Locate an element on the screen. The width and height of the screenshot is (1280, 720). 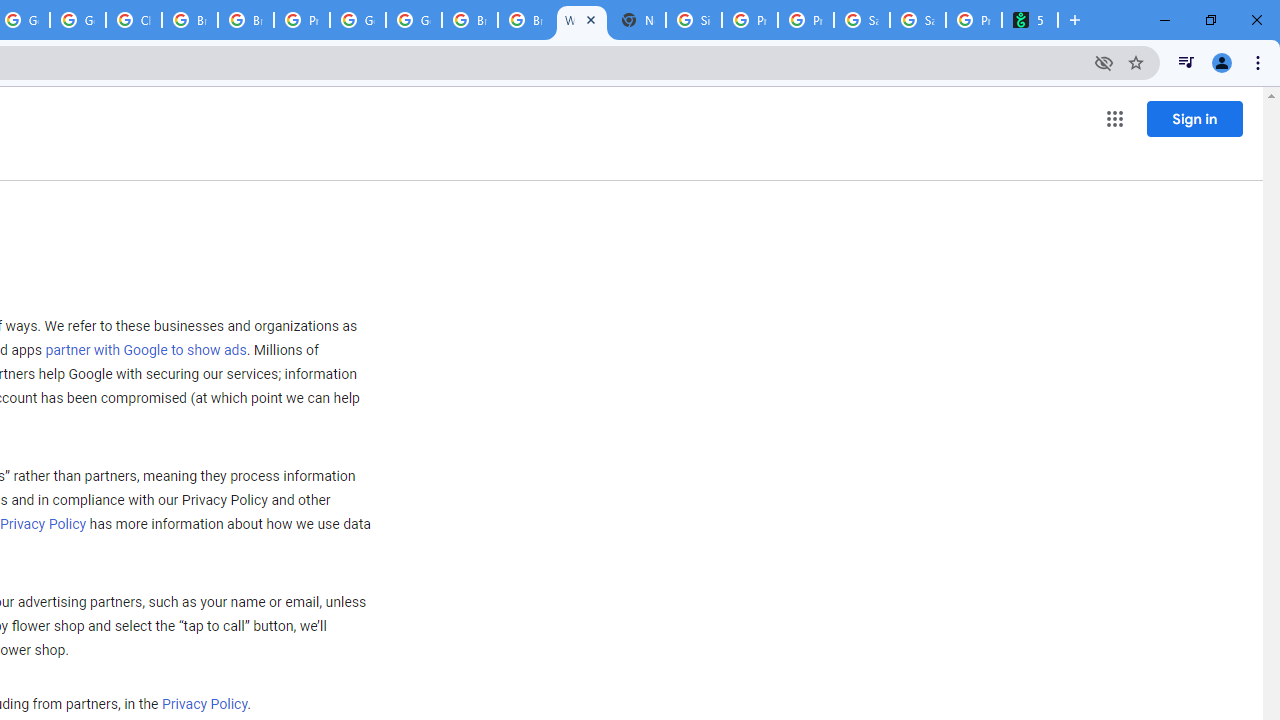
'Third-party cookies blocked' is located at coordinates (1103, 61).